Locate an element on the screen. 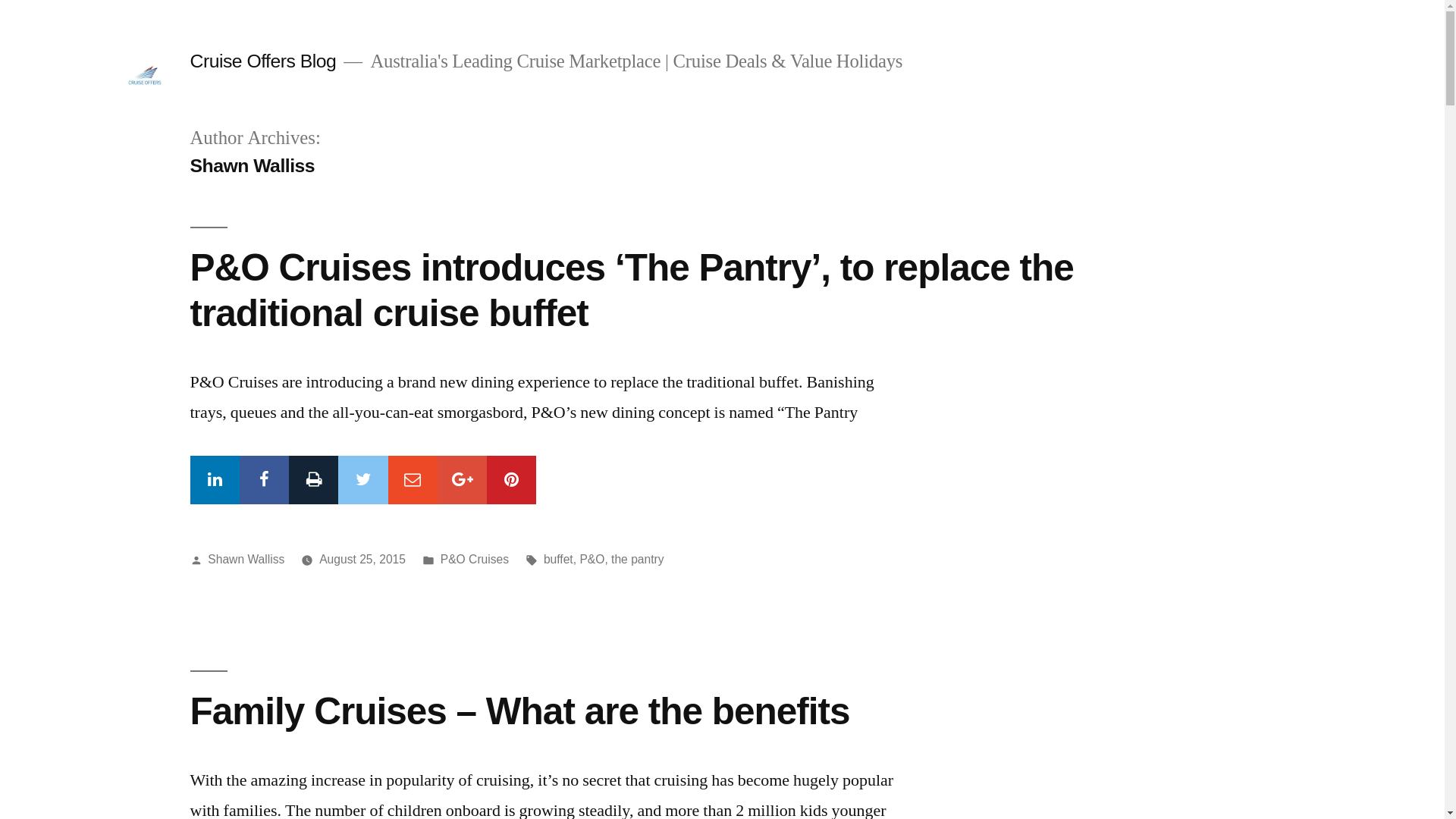 This screenshot has width=1456, height=819. 'Linkedin' is located at coordinates (213, 479).